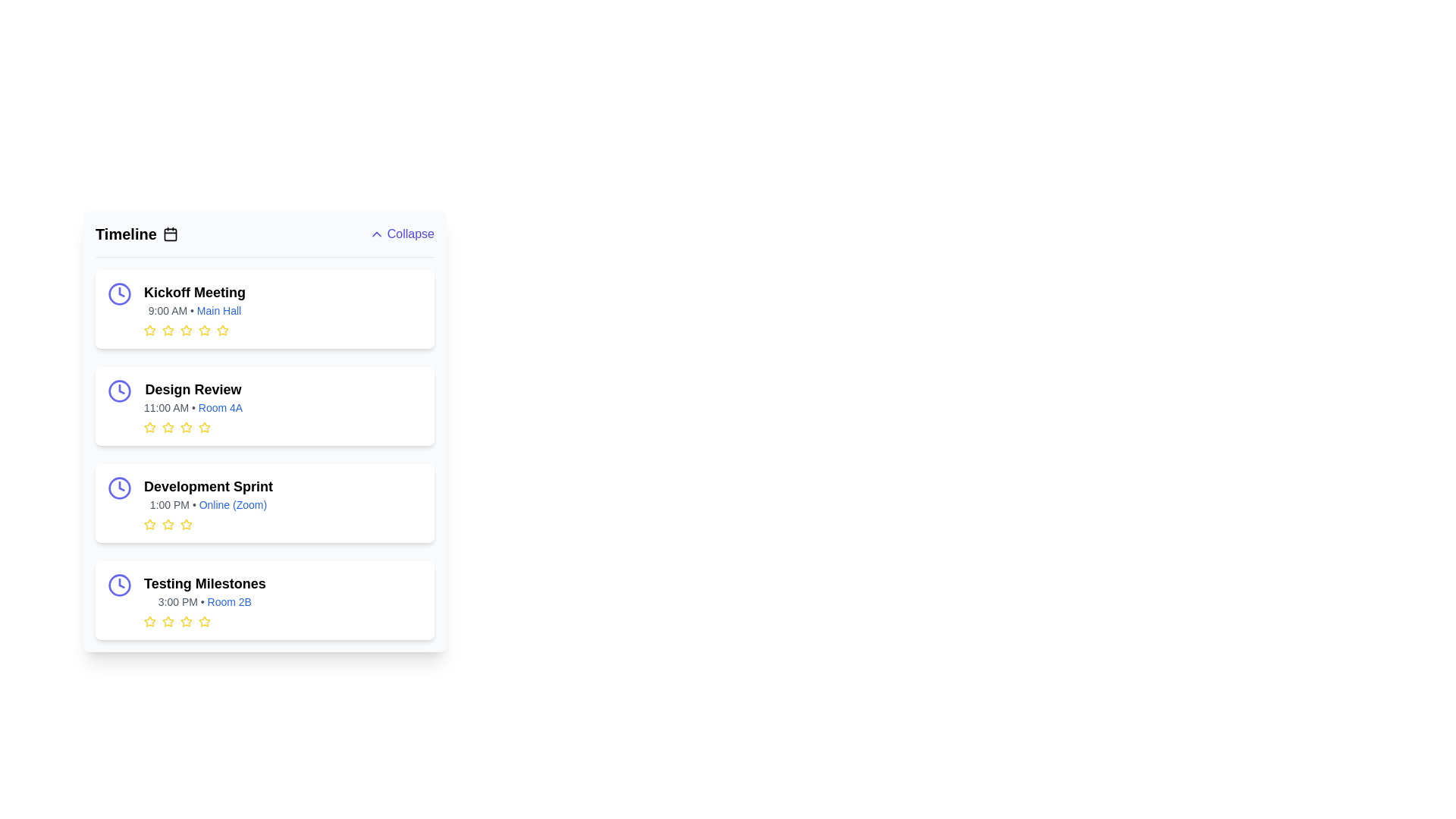  What do you see at coordinates (168, 523) in the screenshot?
I see `the third star-shaped Rating Star Icon, which is illustrated with yellow strokes` at bounding box center [168, 523].